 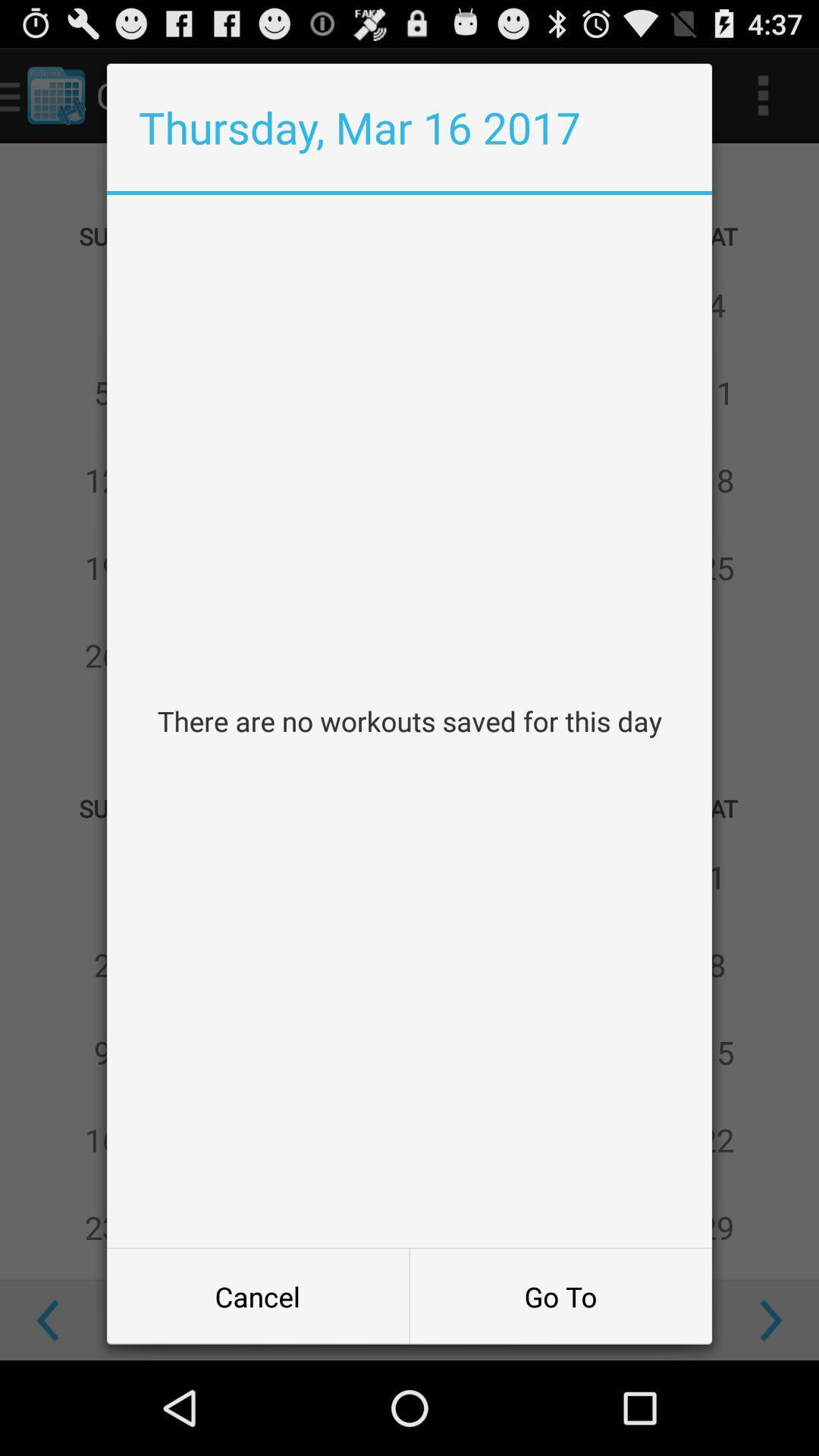 What do you see at coordinates (560, 1295) in the screenshot?
I see `button next to the cancel` at bounding box center [560, 1295].